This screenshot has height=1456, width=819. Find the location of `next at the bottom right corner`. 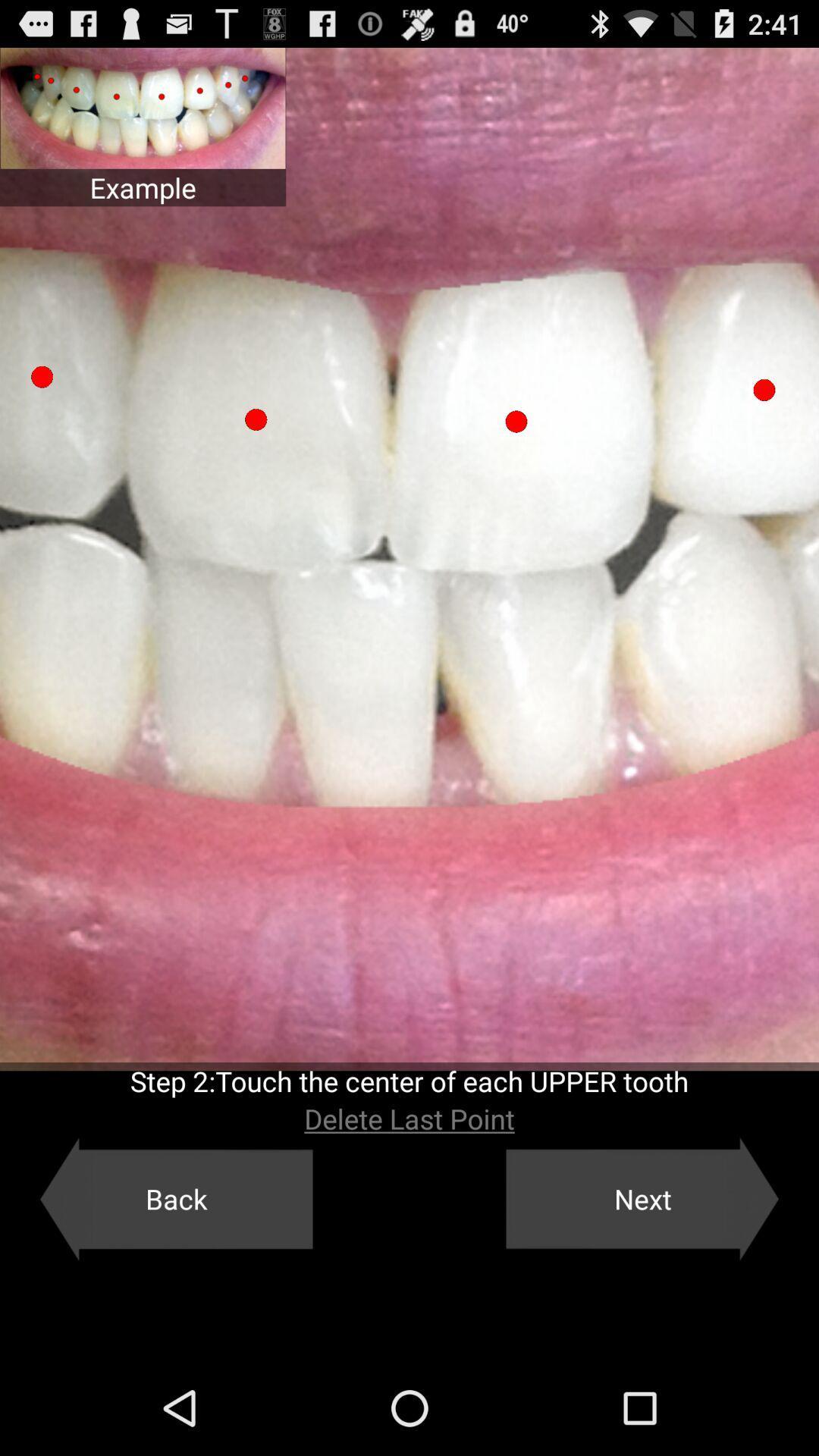

next at the bottom right corner is located at coordinates (642, 1198).